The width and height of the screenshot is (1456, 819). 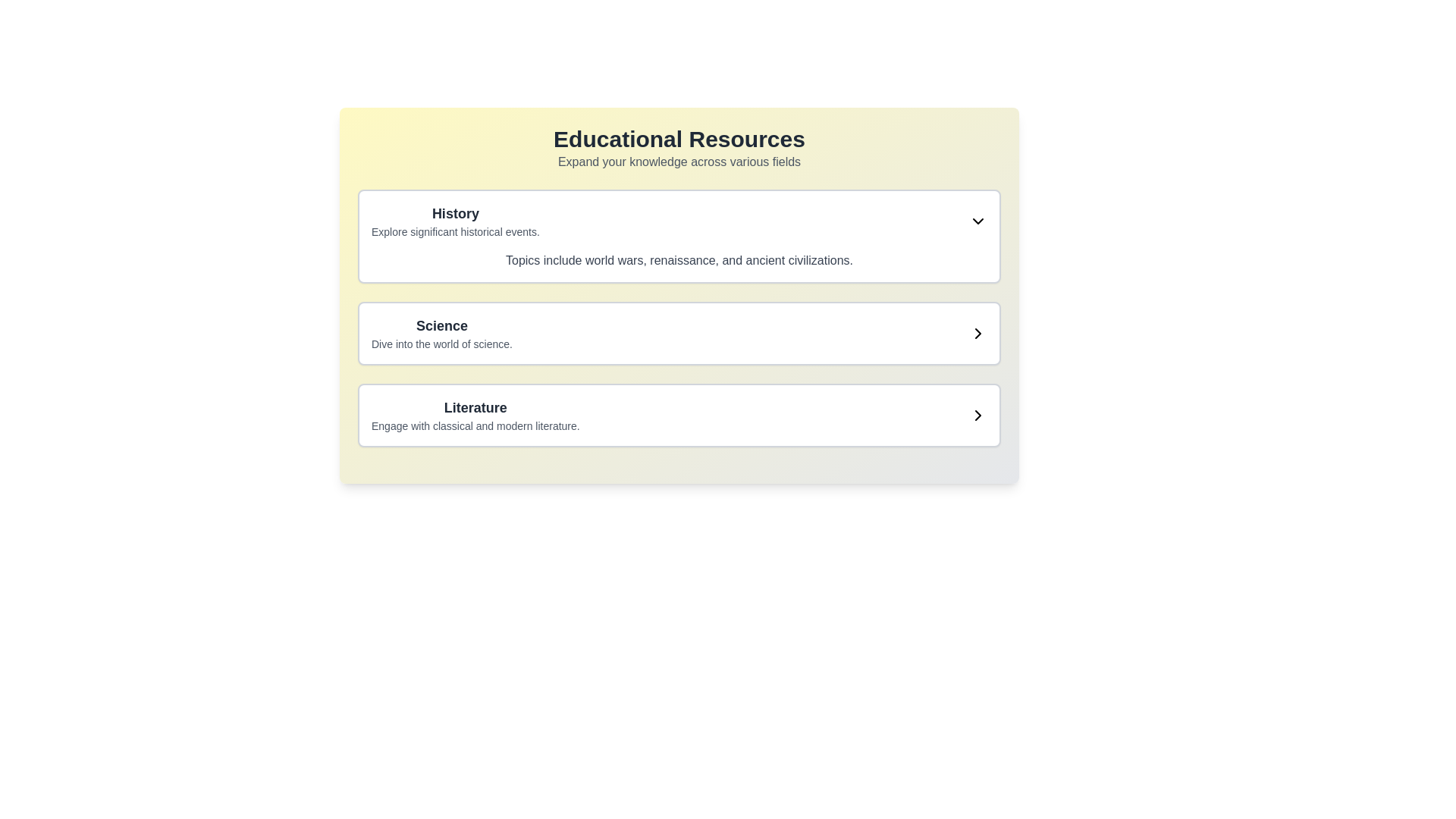 What do you see at coordinates (454, 213) in the screenshot?
I see `the bold, large-sized text label reading 'History' located at the top of the first category box in the main content area, which is centered above the descriptive text 'Explore significant historical events.'` at bounding box center [454, 213].